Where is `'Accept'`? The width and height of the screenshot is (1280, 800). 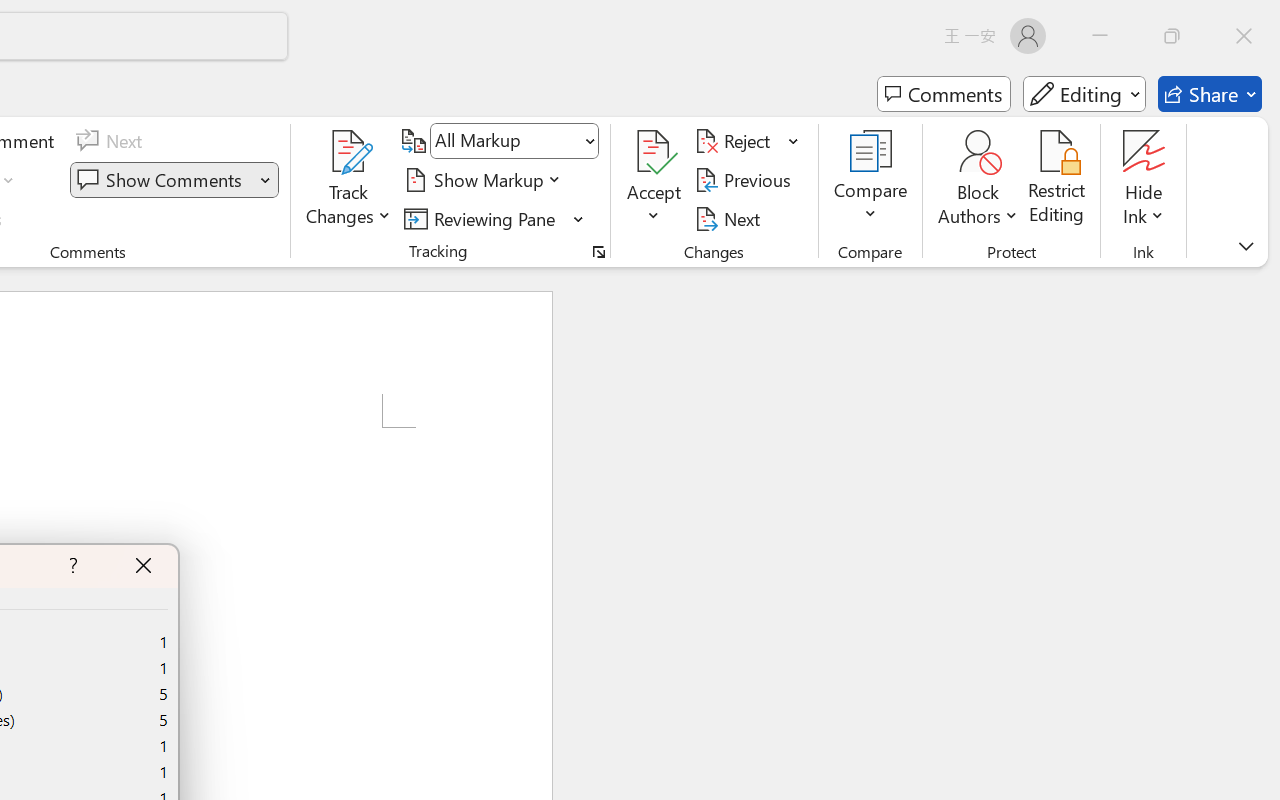
'Accept' is located at coordinates (654, 179).